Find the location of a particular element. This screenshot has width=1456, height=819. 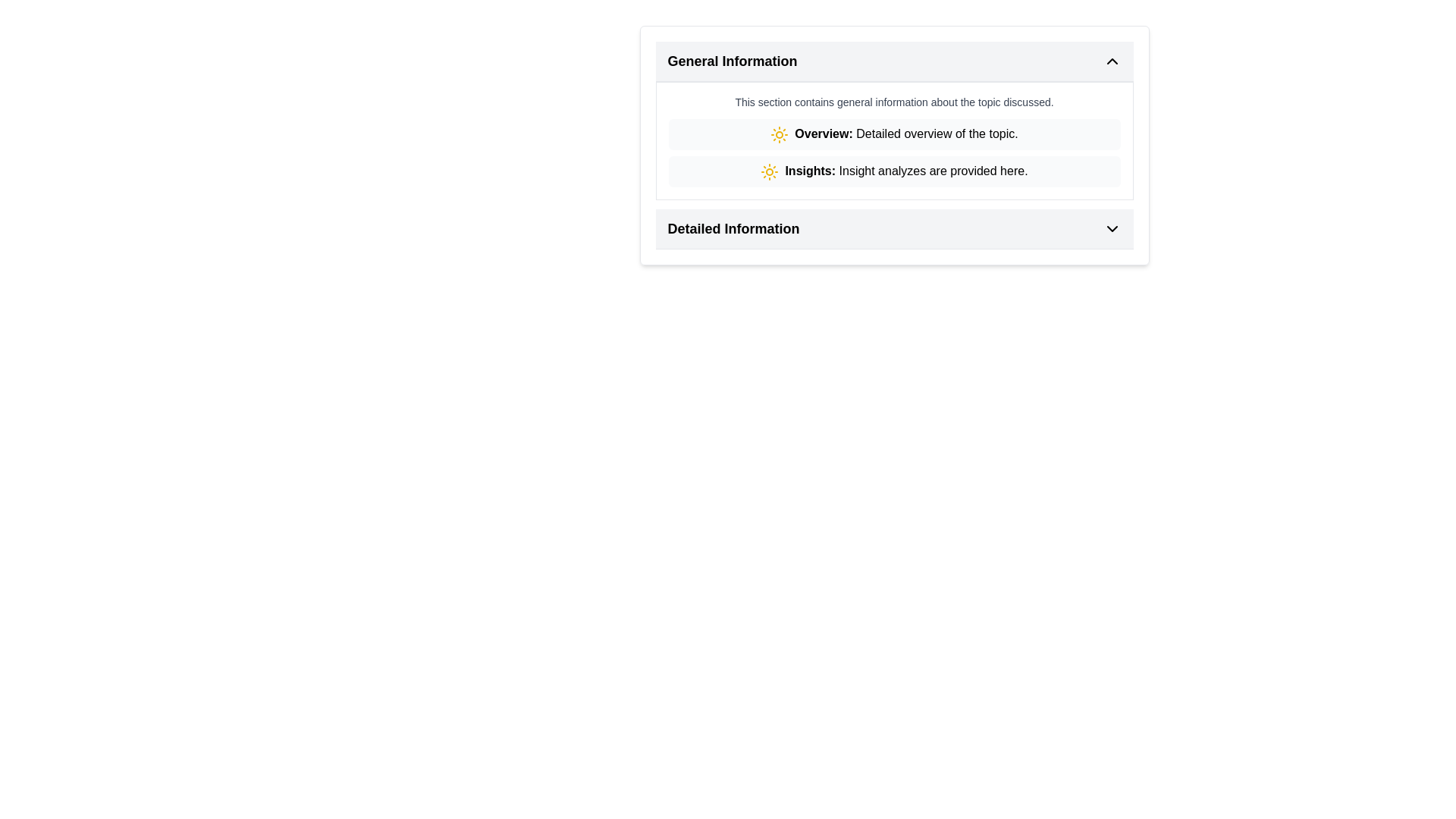

the 'General Information' section is located at coordinates (894, 145).